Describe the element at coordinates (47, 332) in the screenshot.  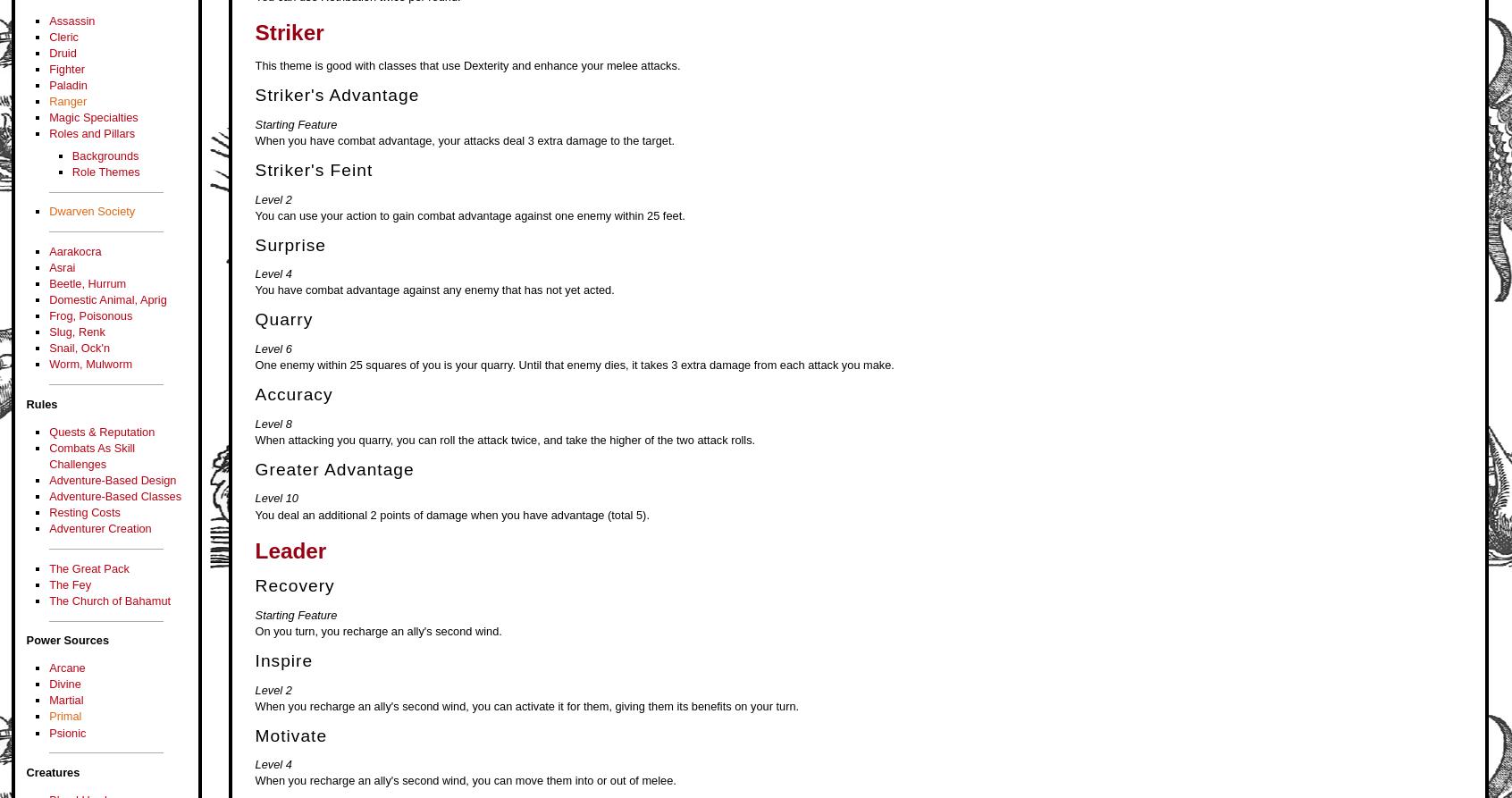
I see `'Slug, Renk'` at that location.